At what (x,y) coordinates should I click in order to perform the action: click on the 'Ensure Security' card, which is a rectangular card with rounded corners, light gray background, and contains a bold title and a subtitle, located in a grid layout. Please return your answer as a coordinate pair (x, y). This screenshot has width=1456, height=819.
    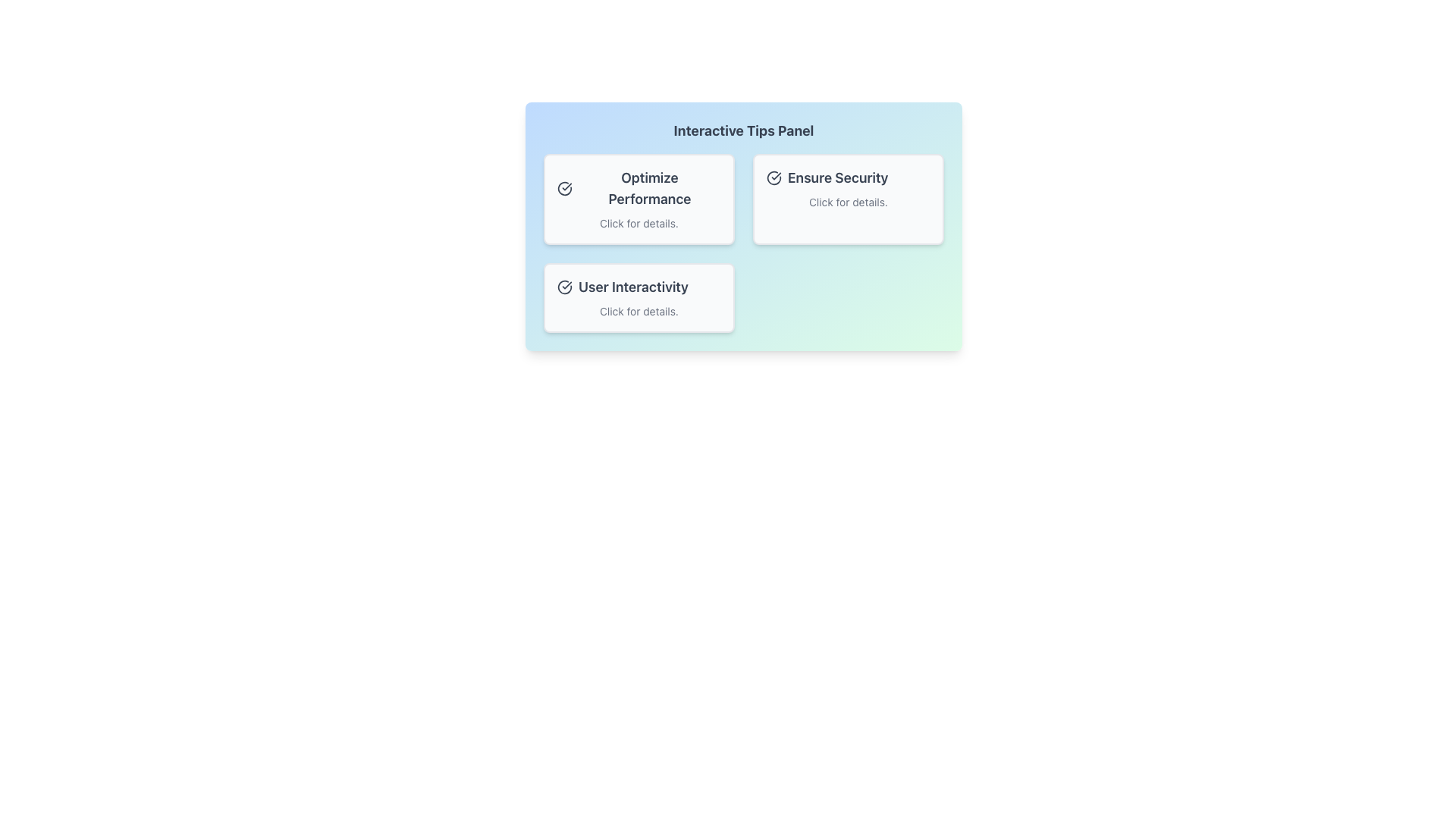
    Looking at the image, I should click on (847, 198).